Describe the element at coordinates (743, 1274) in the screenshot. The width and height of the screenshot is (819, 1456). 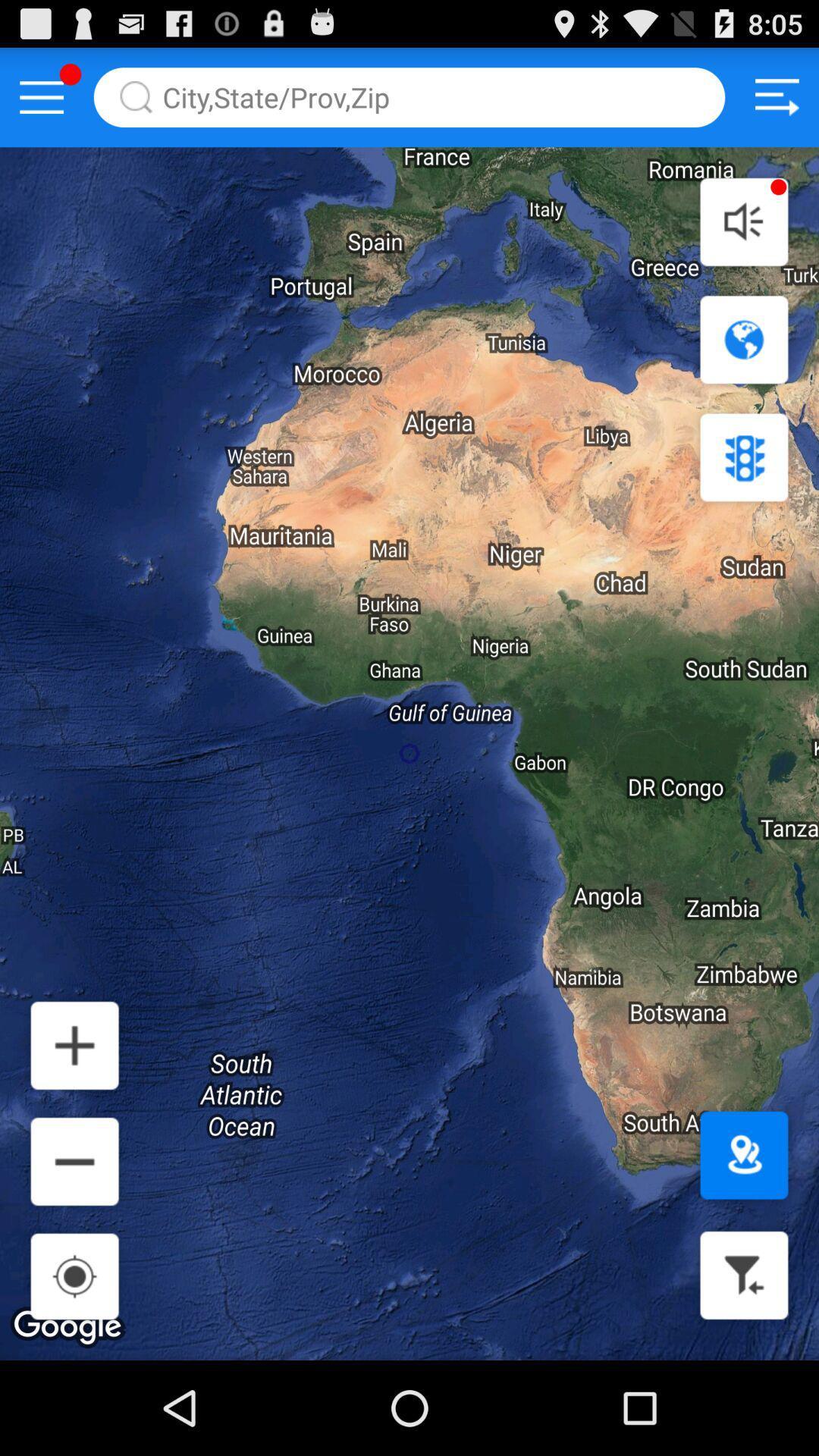
I see `filter search` at that location.